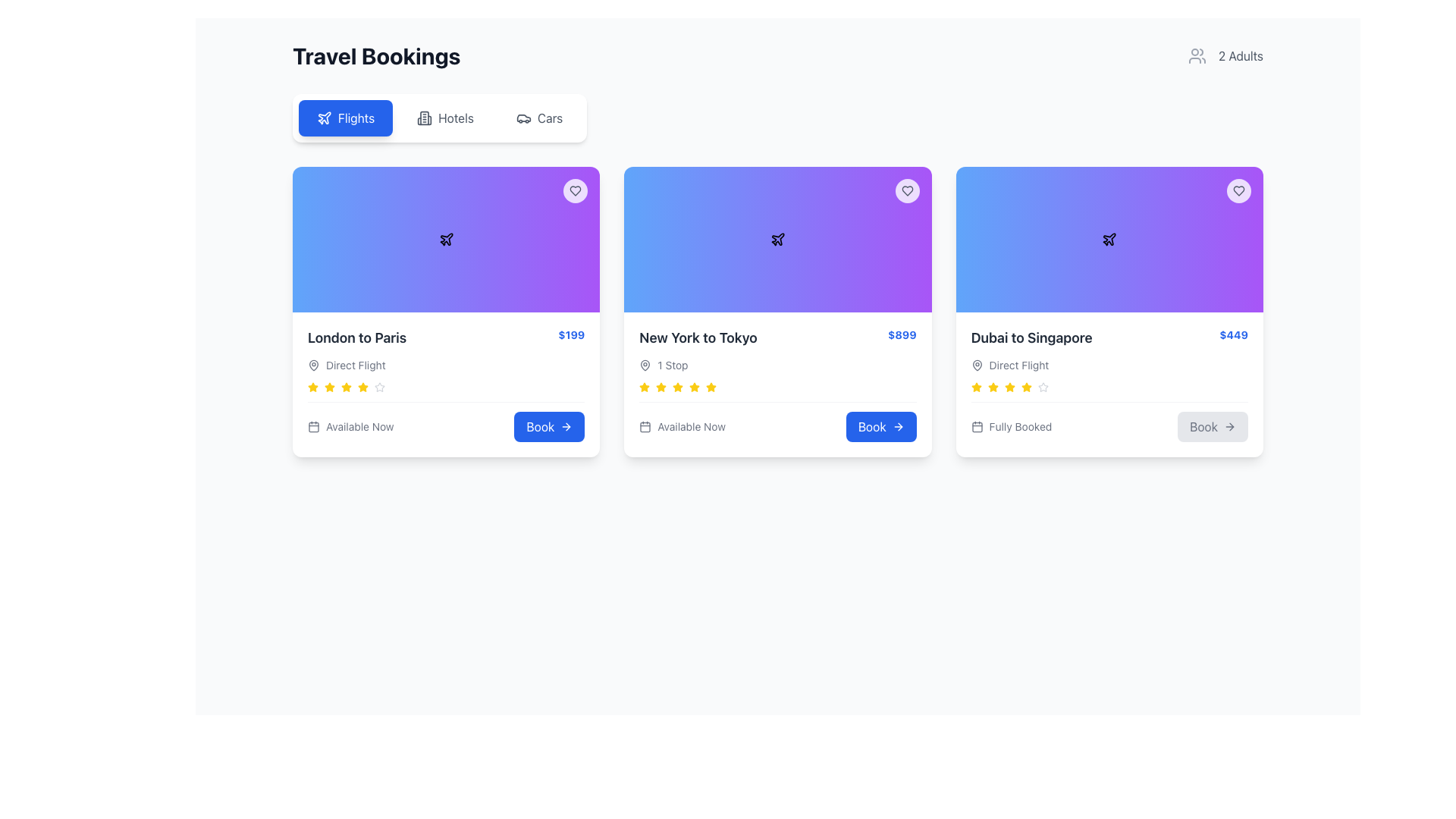 The height and width of the screenshot is (819, 1456). I want to click on the static text displaying the number of adults associated with a booking, located in the top right corner of the interface next to the 'users' icon, so click(1241, 55).